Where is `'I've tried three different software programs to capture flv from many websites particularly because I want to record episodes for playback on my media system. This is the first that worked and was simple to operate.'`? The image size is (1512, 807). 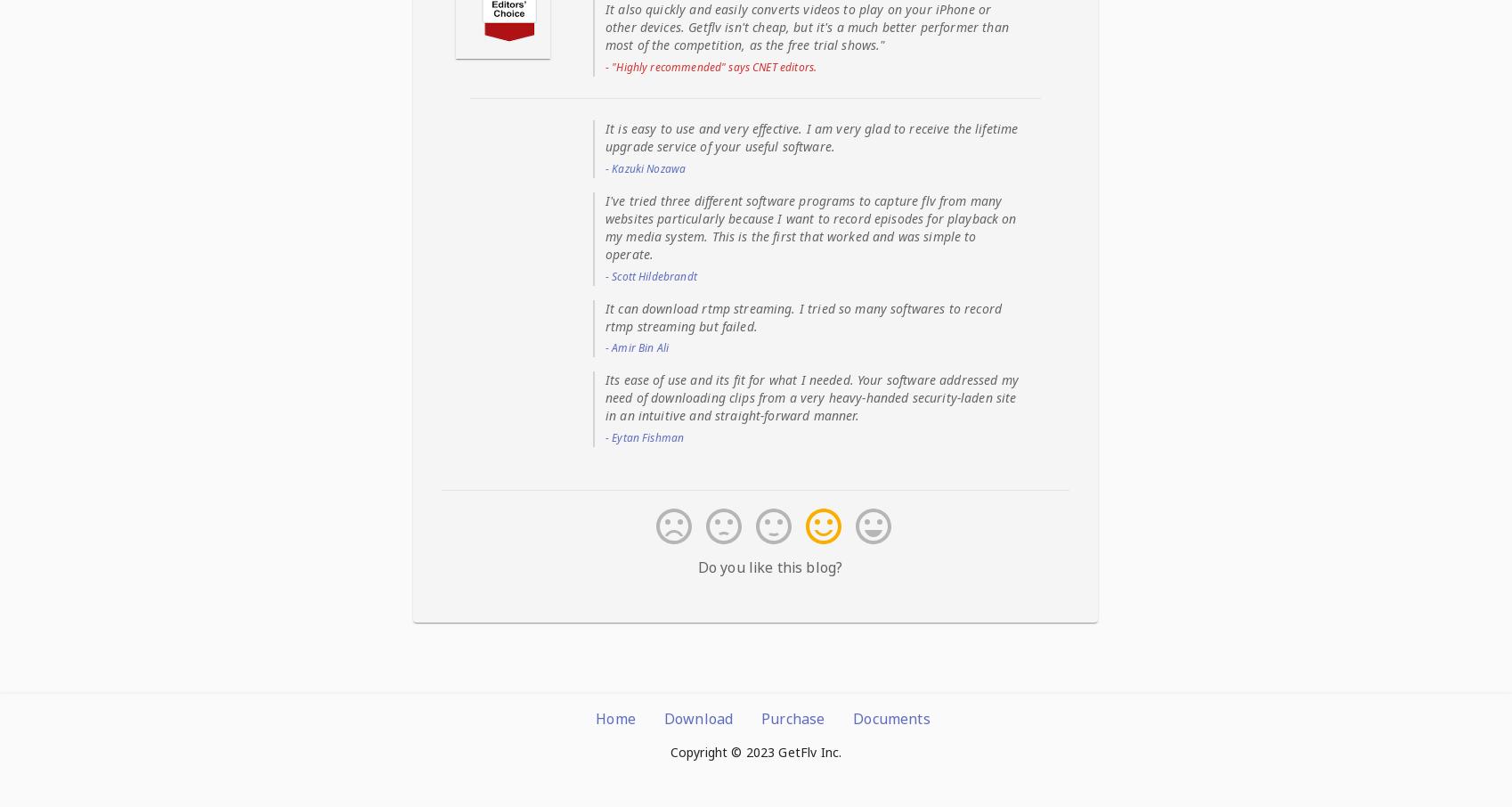 'I've tried three different software programs to capture flv from many websites particularly because I want to record episodes for playback on my media system. This is the first that worked and was simple to operate.' is located at coordinates (809, 738).